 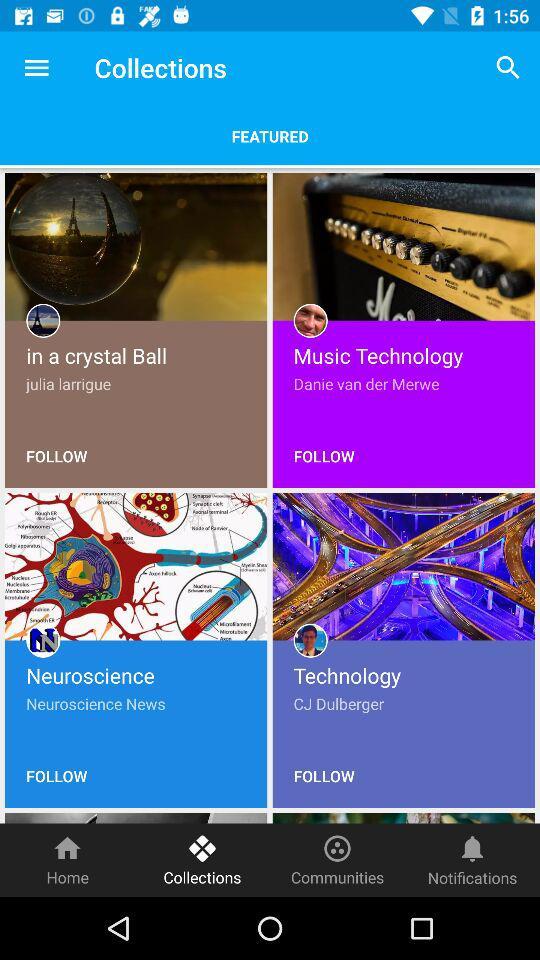 I want to click on communities, so click(x=337, y=859).